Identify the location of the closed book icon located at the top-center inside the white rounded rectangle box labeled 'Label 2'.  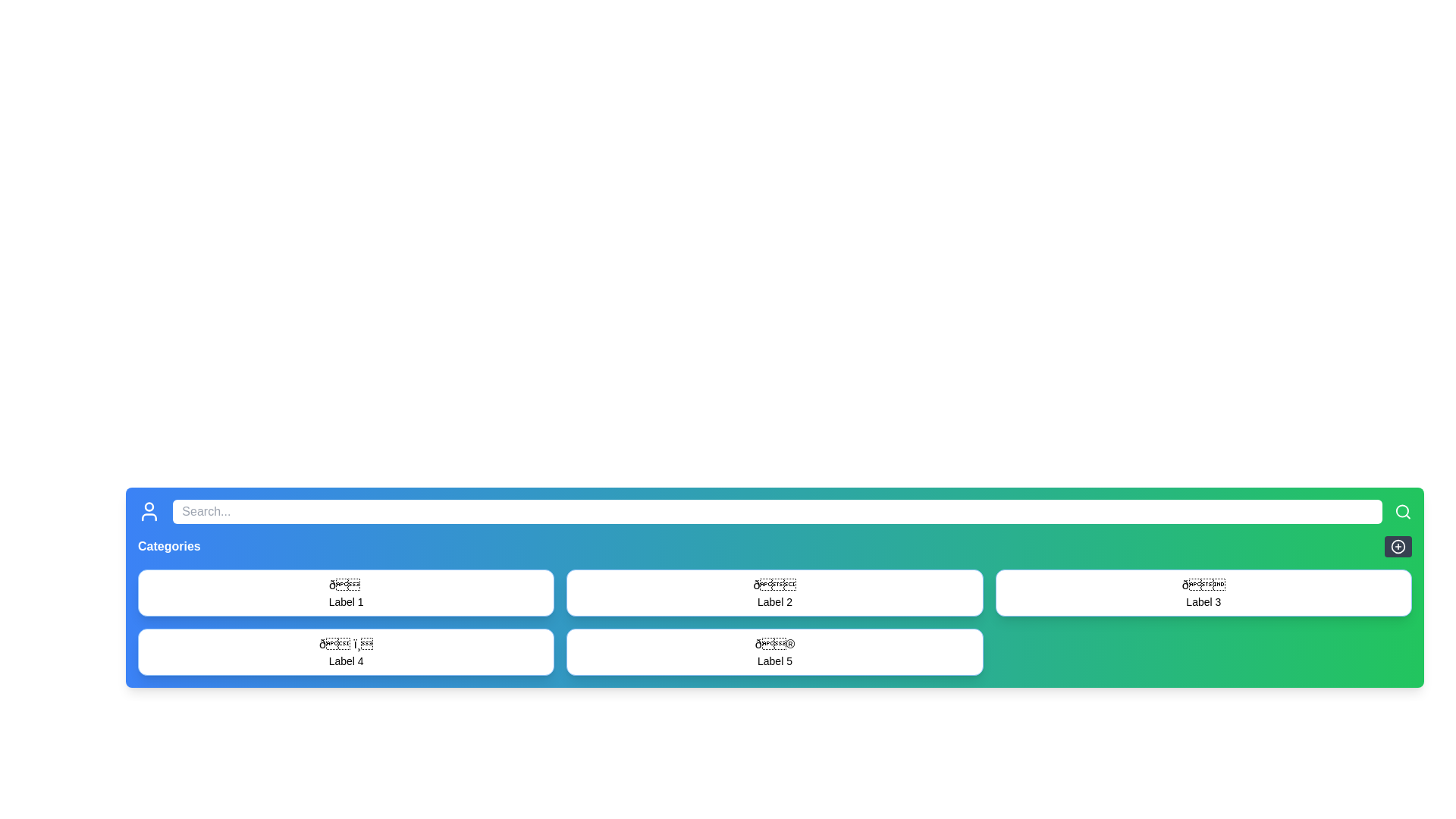
(775, 584).